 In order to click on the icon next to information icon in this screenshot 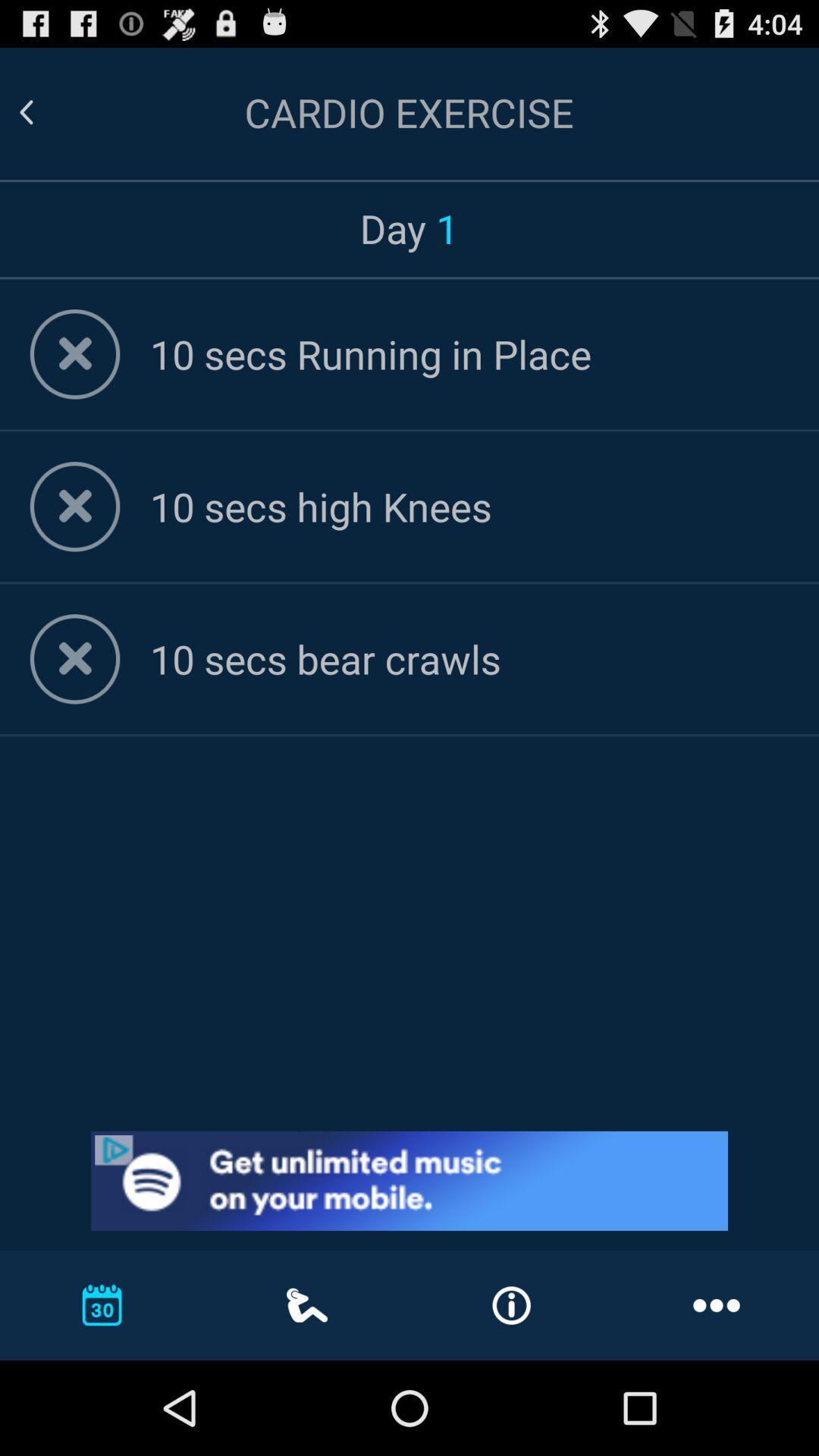, I will do `click(717, 1304)`.